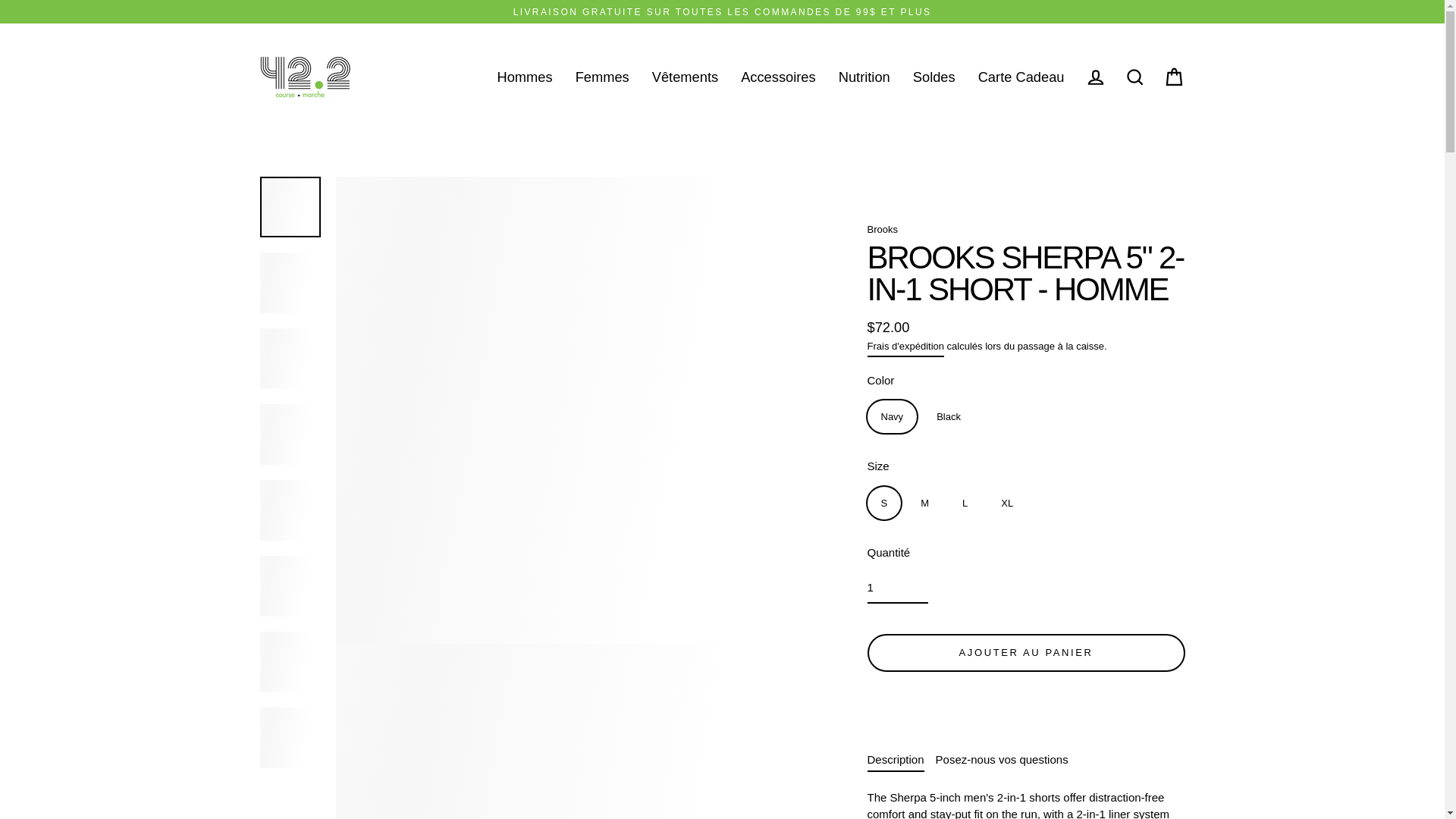 The height and width of the screenshot is (819, 1456). Describe the element at coordinates (934, 759) in the screenshot. I see `'Posez-nous vos questions'` at that location.